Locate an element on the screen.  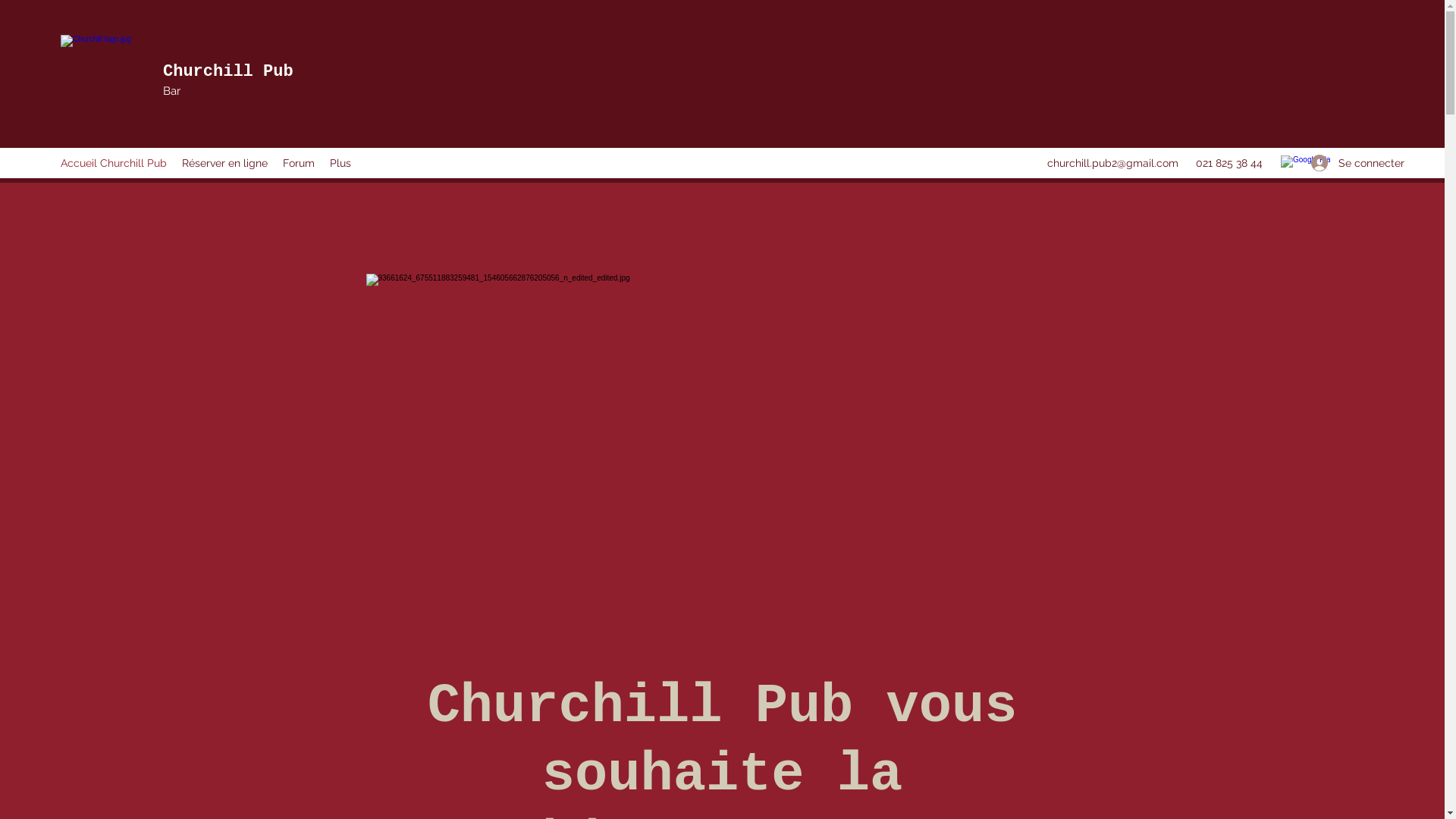
'churchill.pub2@gmail.com' is located at coordinates (1112, 163).